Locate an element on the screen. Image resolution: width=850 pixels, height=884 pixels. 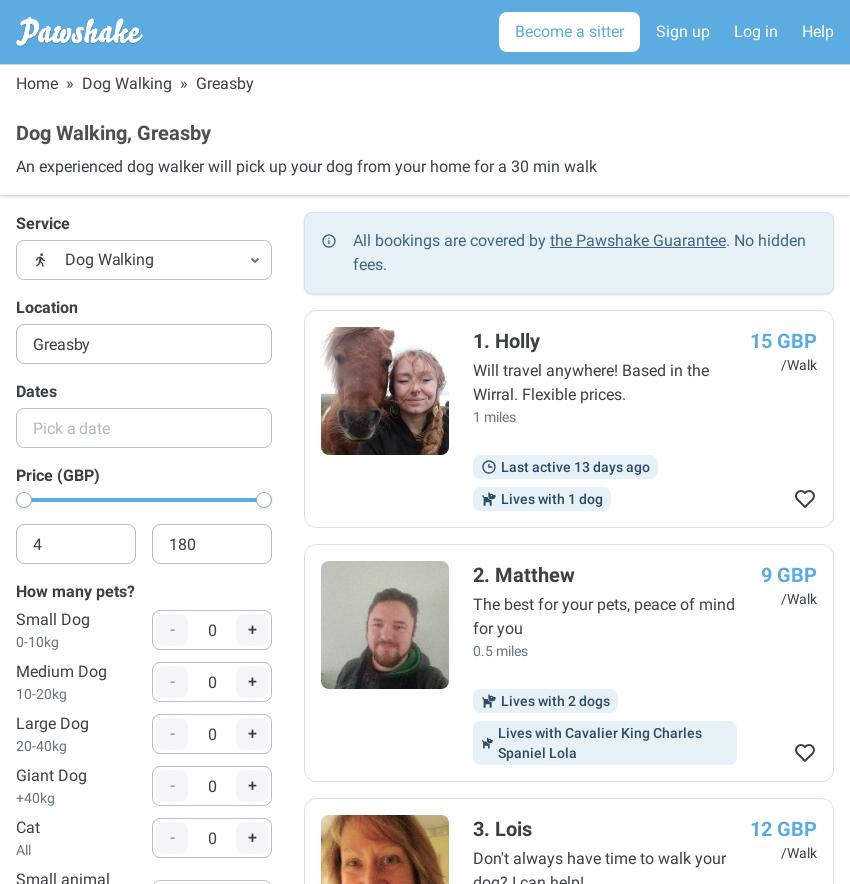
'Large Dog' is located at coordinates (52, 722).